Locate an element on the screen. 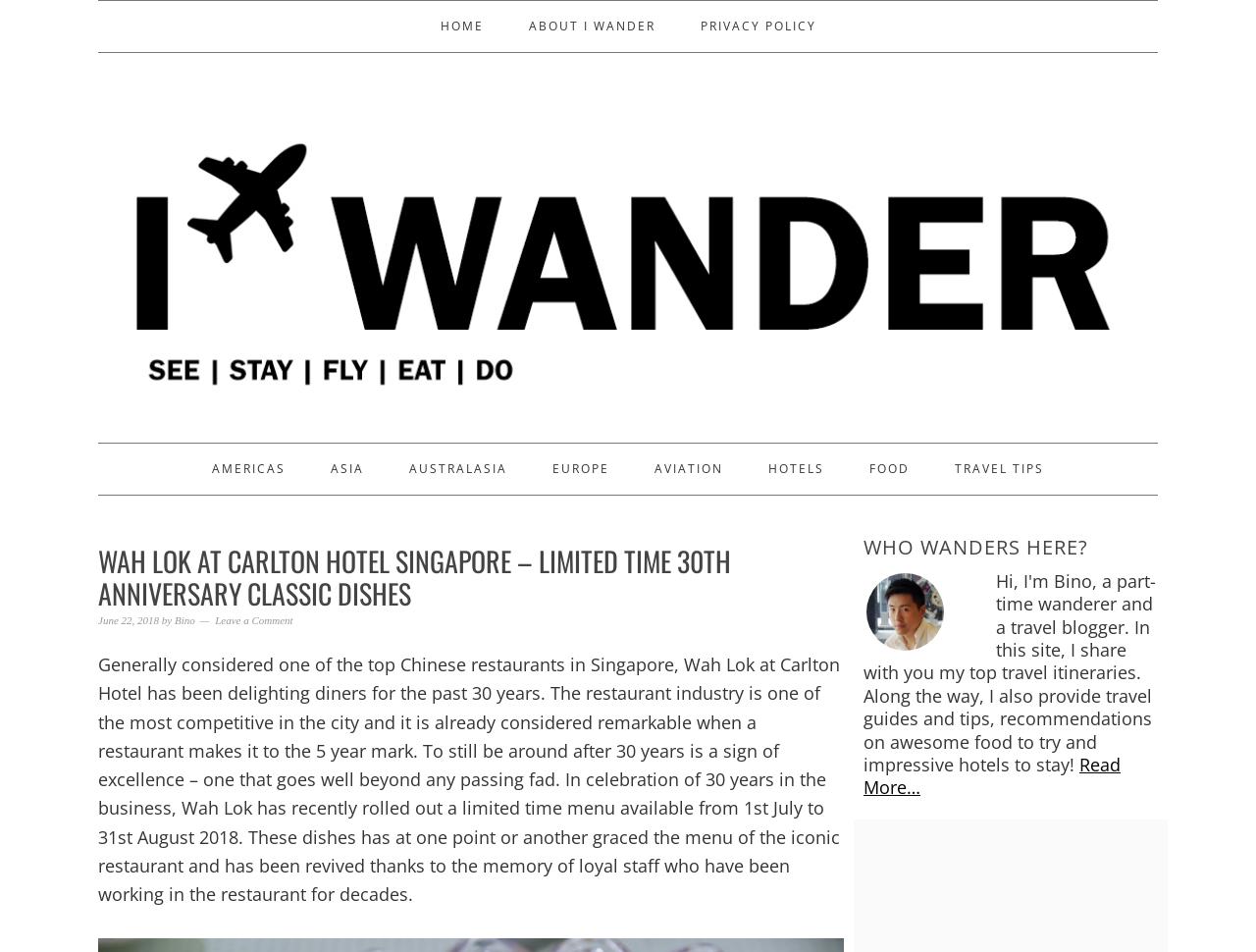 Image resolution: width=1256 pixels, height=952 pixels. 'Food' is located at coordinates (888, 466).